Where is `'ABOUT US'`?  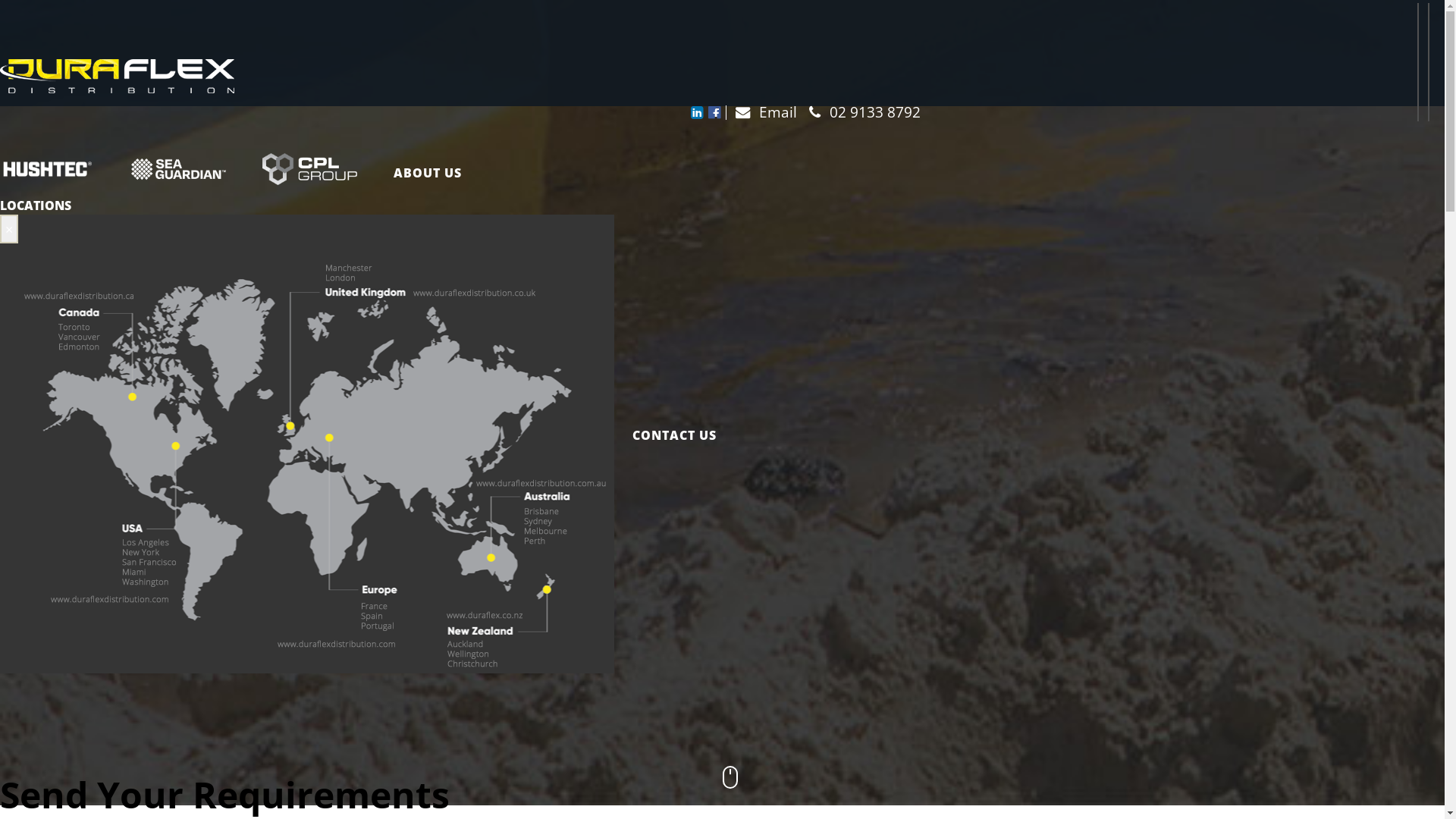 'ABOUT US' is located at coordinates (427, 171).